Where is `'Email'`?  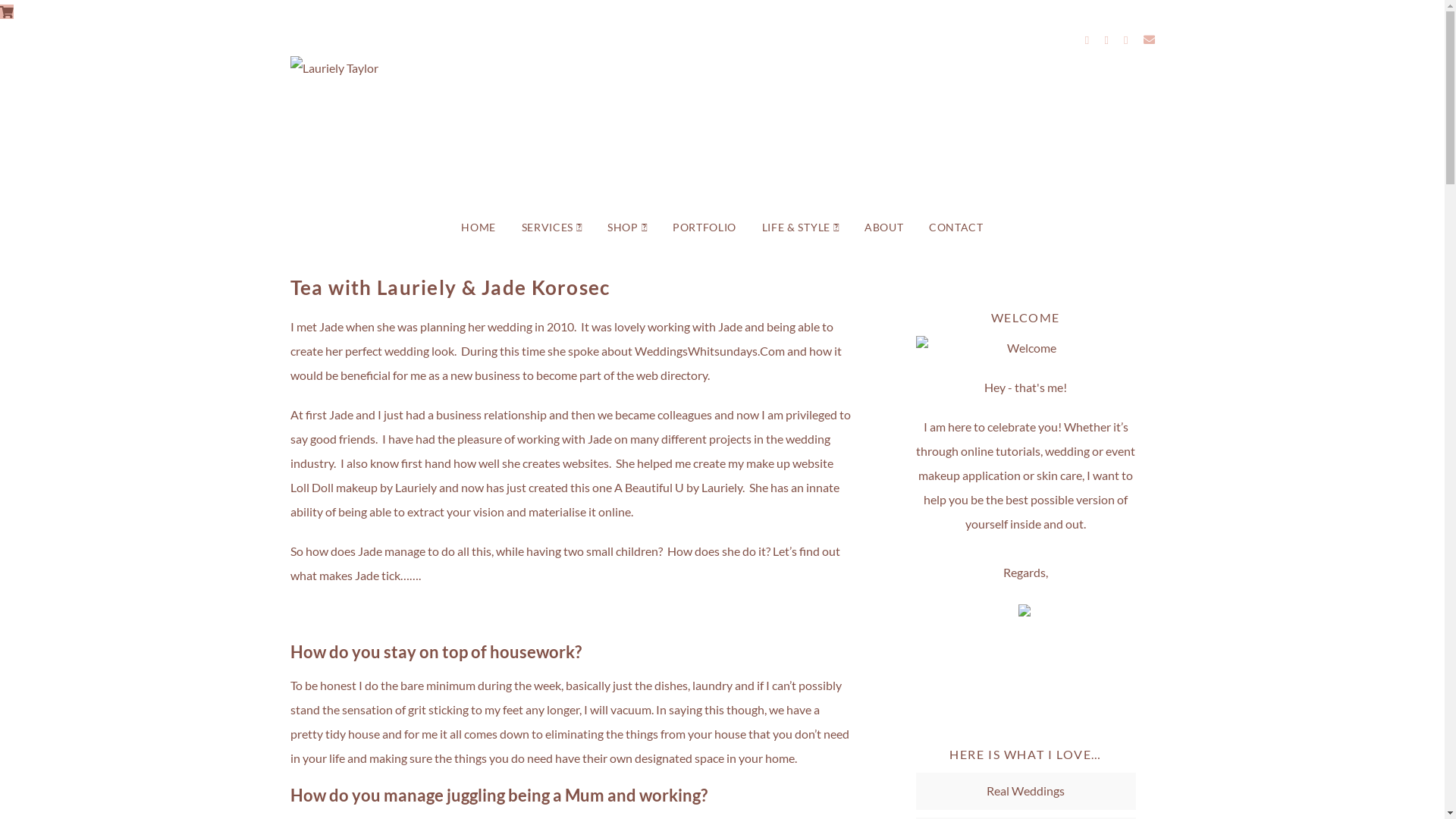 'Email' is located at coordinates (1143, 39).